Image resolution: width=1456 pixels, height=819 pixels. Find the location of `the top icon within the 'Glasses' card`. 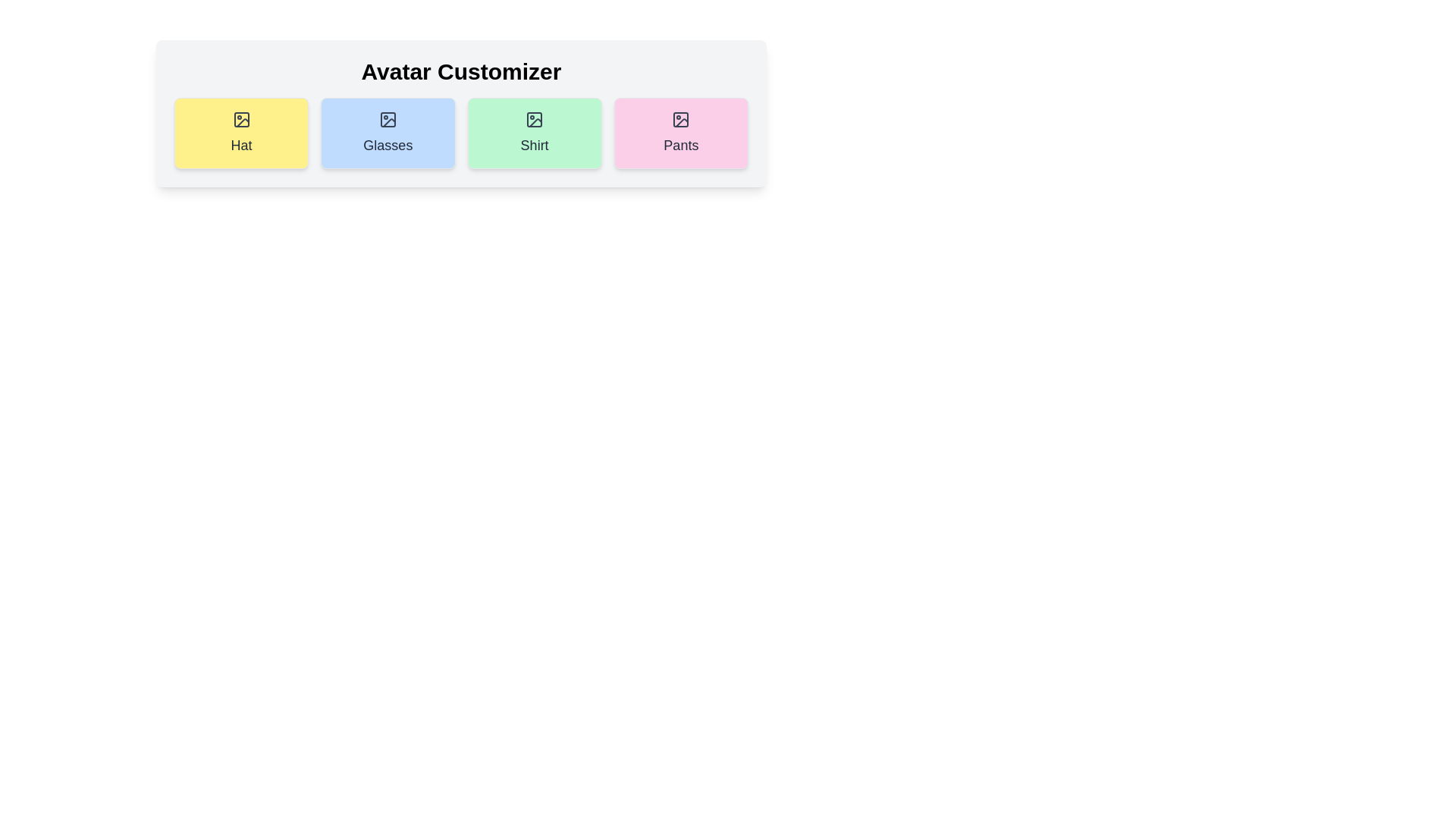

the top icon within the 'Glasses' card is located at coordinates (388, 119).